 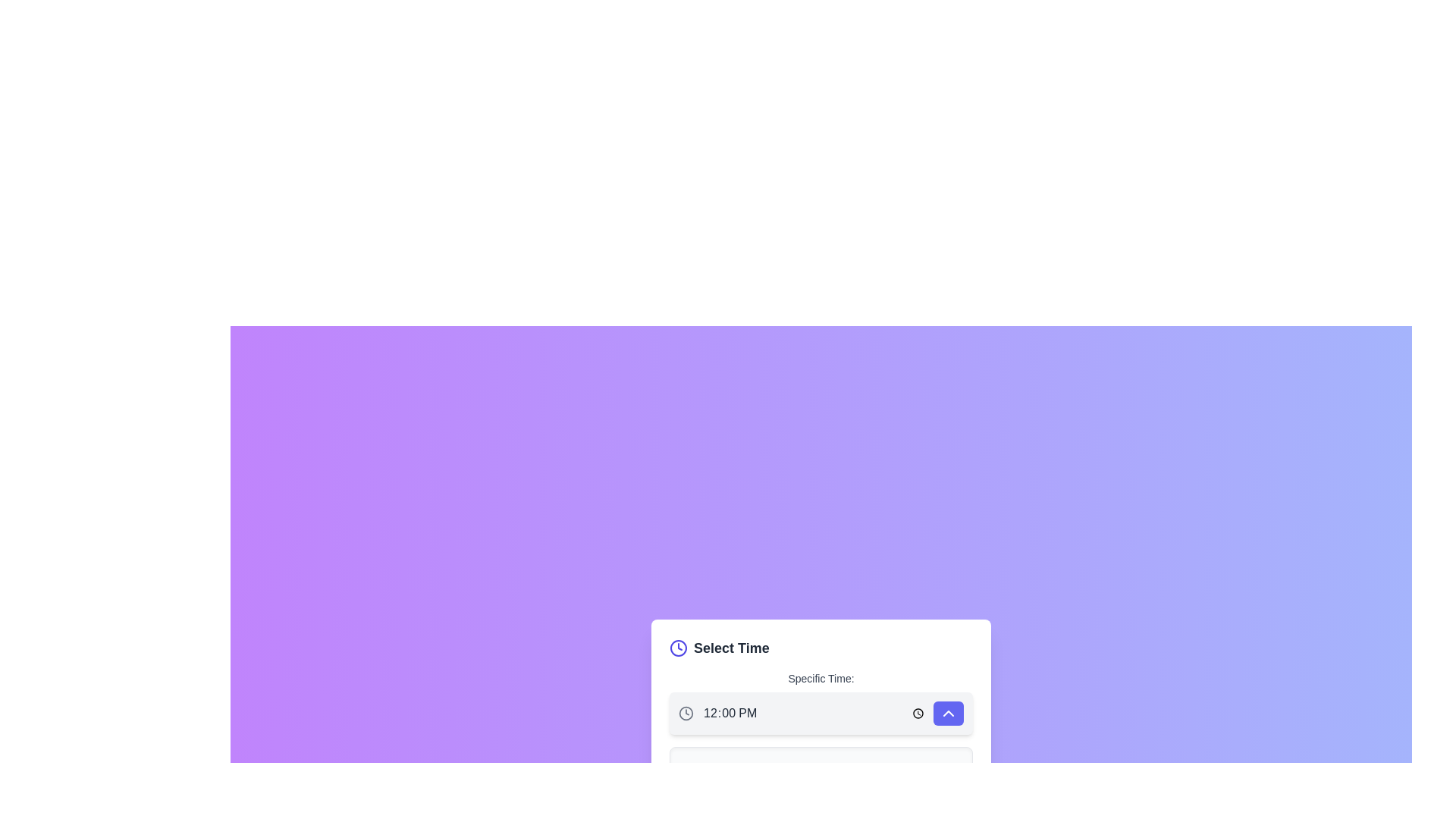 I want to click on the upward-pointing chevron icon located inside the blue button to the far right of the numeric time display for more information, so click(x=948, y=714).